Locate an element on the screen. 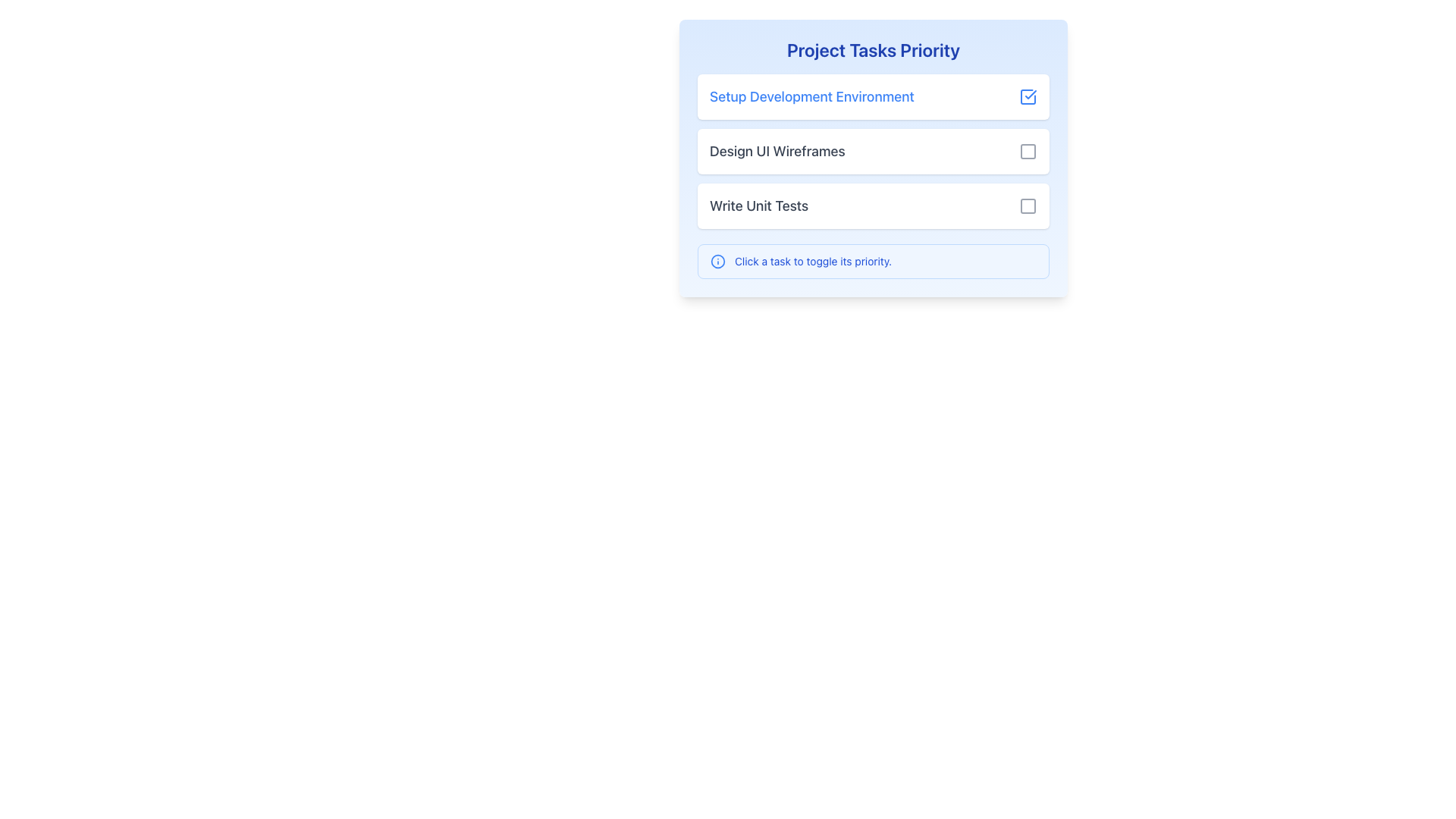 Image resolution: width=1456 pixels, height=819 pixels. the second checkbox associated with the task 'Design UI Wireframes' is located at coordinates (1028, 152).